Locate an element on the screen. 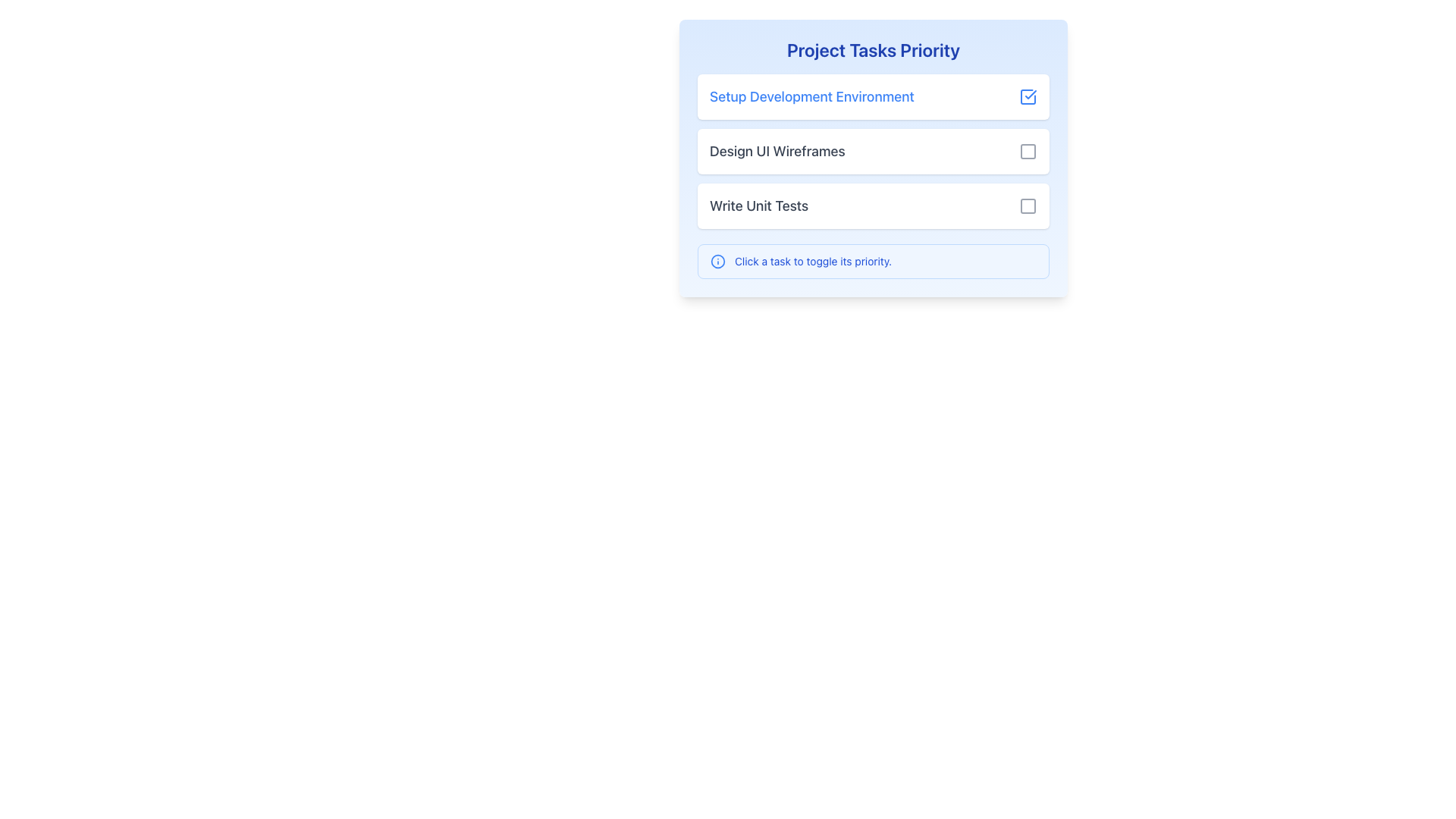 Image resolution: width=1456 pixels, height=819 pixels. the second checkbox associated with the task 'Design UI Wireframes' is located at coordinates (1028, 152).